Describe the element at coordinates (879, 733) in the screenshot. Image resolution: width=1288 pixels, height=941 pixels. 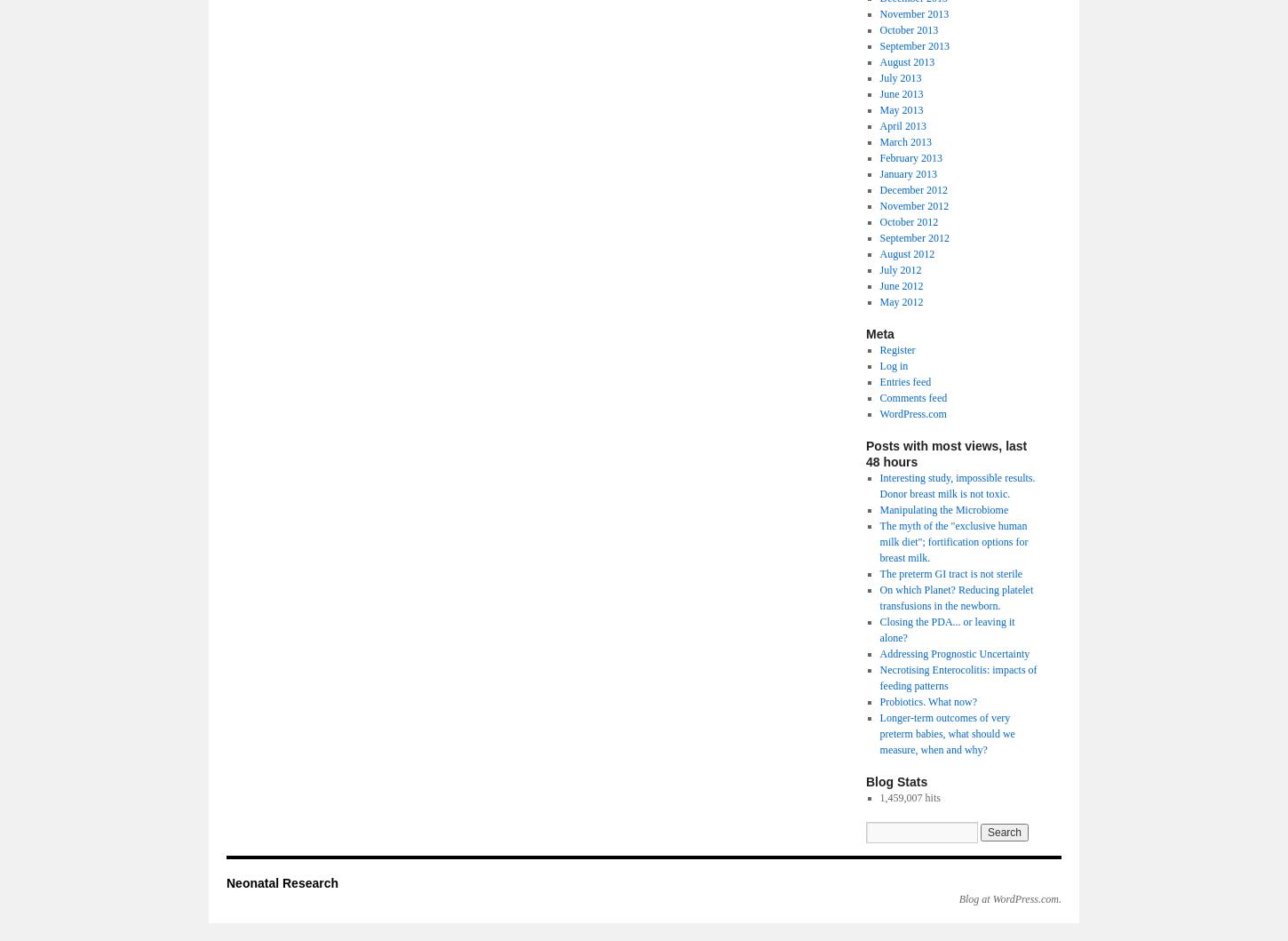
I see `'Longer-term outcomes of very preterm babies, what should we measure, when and why?'` at that location.